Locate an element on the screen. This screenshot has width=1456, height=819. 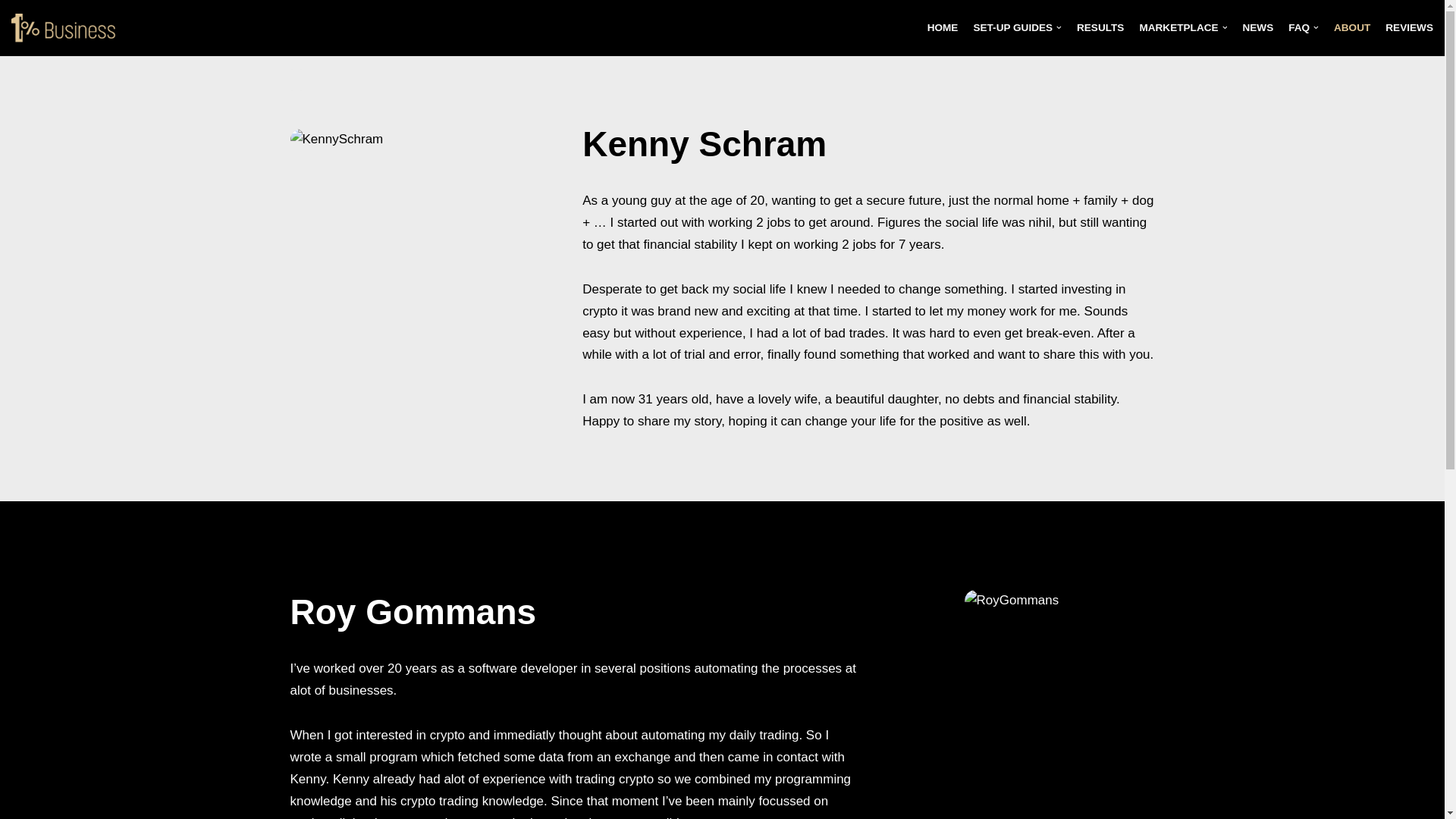
'ABOUT' is located at coordinates (1351, 27).